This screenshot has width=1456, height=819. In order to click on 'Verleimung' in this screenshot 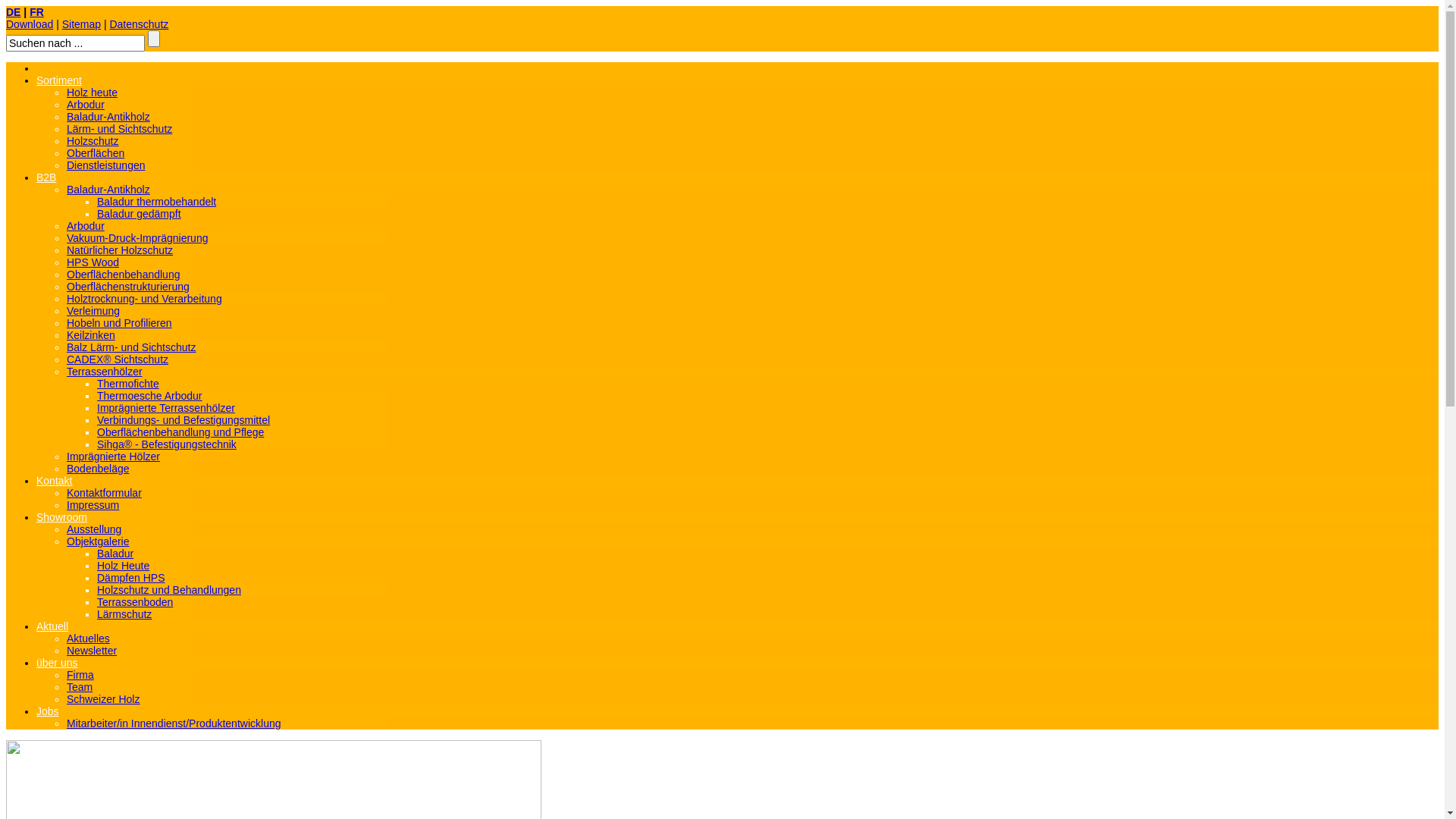, I will do `click(93, 309)`.